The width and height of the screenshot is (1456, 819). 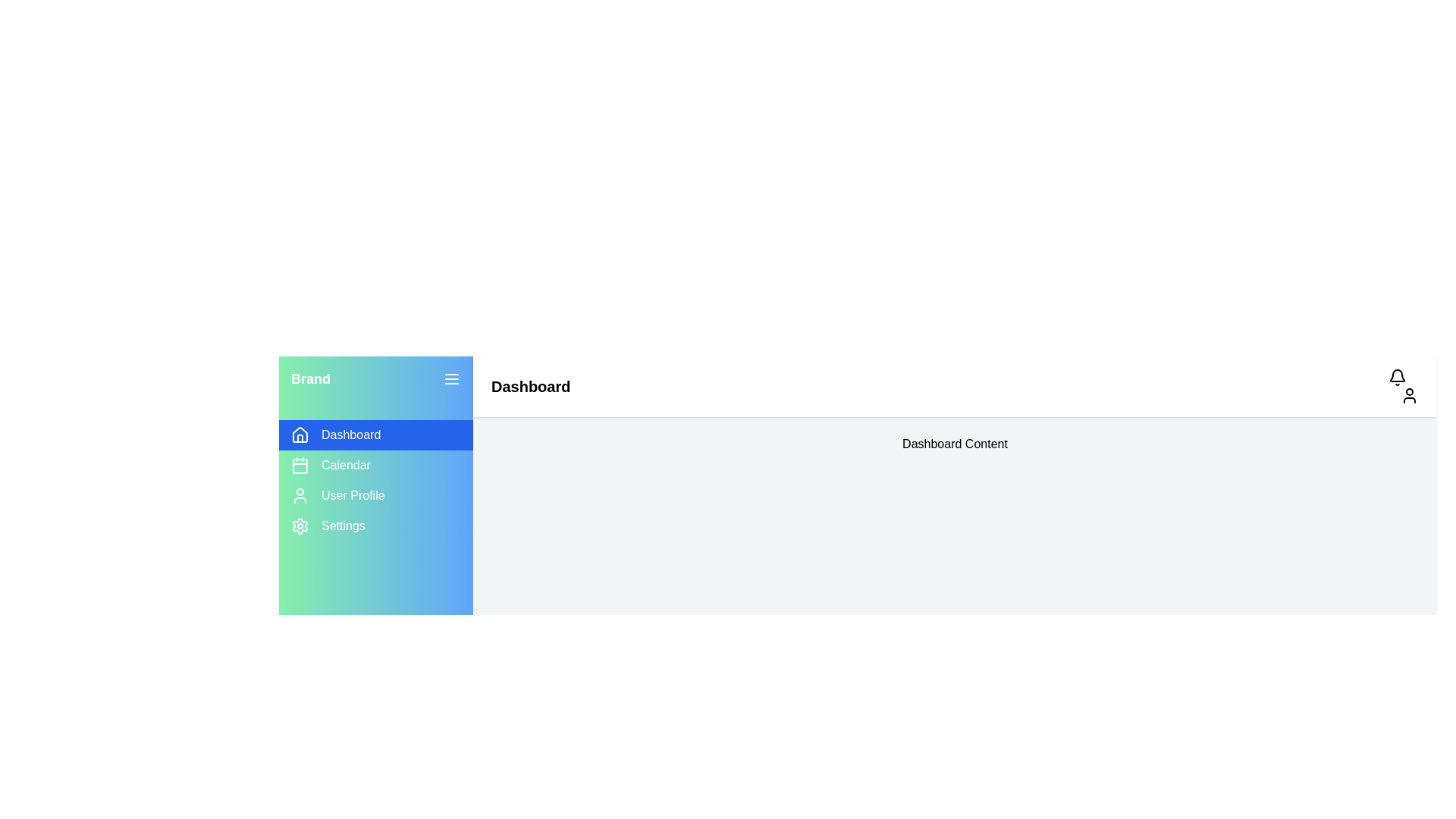 I want to click on the user profile icon, which is an outline resembling a head and shoulders, located in the menu panel to the left of the 'User Profile' label and below the 'Calendar' entry, so click(x=300, y=496).